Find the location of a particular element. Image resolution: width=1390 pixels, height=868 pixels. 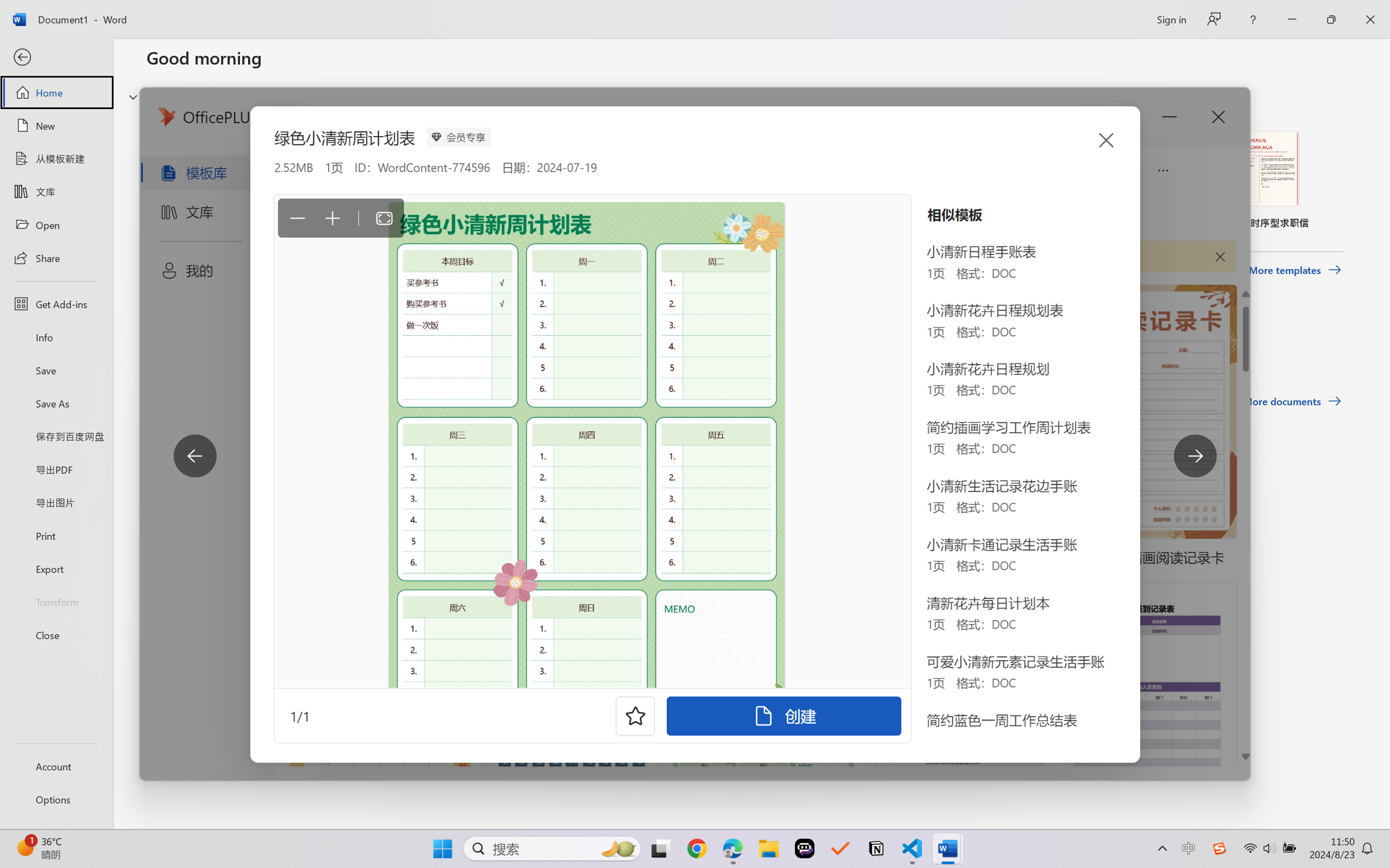

'Info' is located at coordinates (56, 336).